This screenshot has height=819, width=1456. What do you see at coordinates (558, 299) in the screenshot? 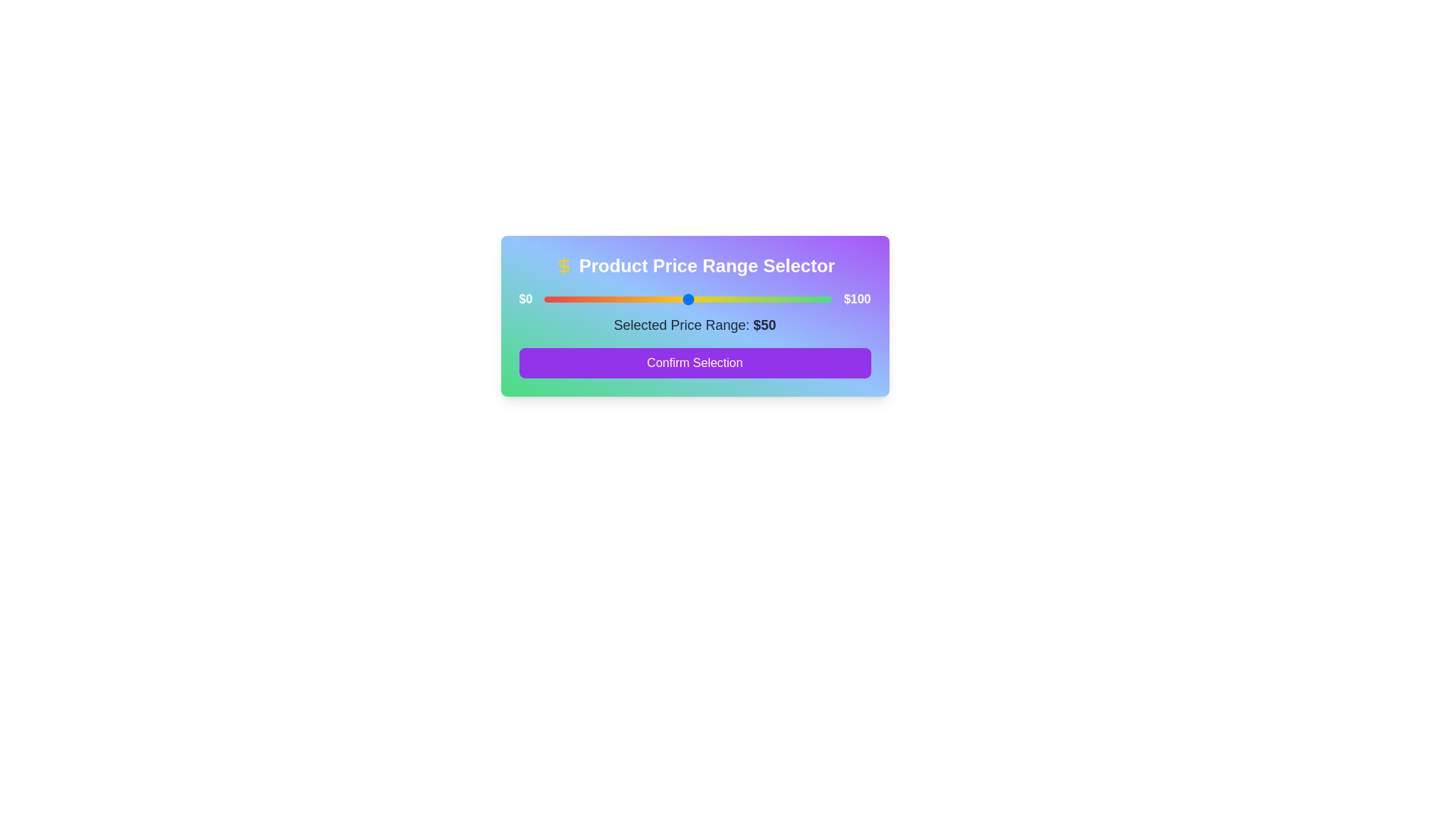
I see `the price range slider to set the value to 5` at bounding box center [558, 299].